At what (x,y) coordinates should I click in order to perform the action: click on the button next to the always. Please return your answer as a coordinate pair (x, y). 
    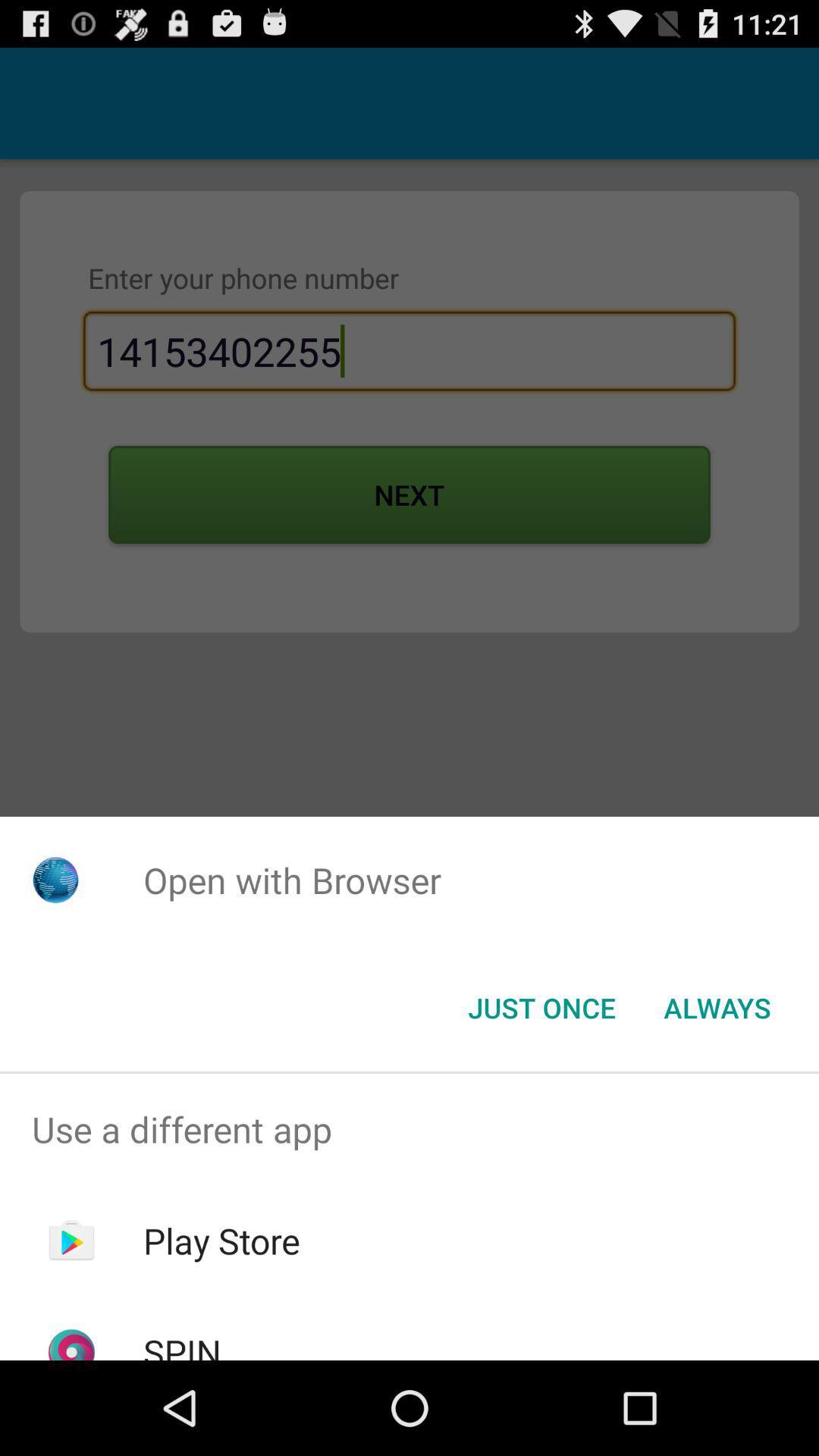
    Looking at the image, I should click on (541, 1008).